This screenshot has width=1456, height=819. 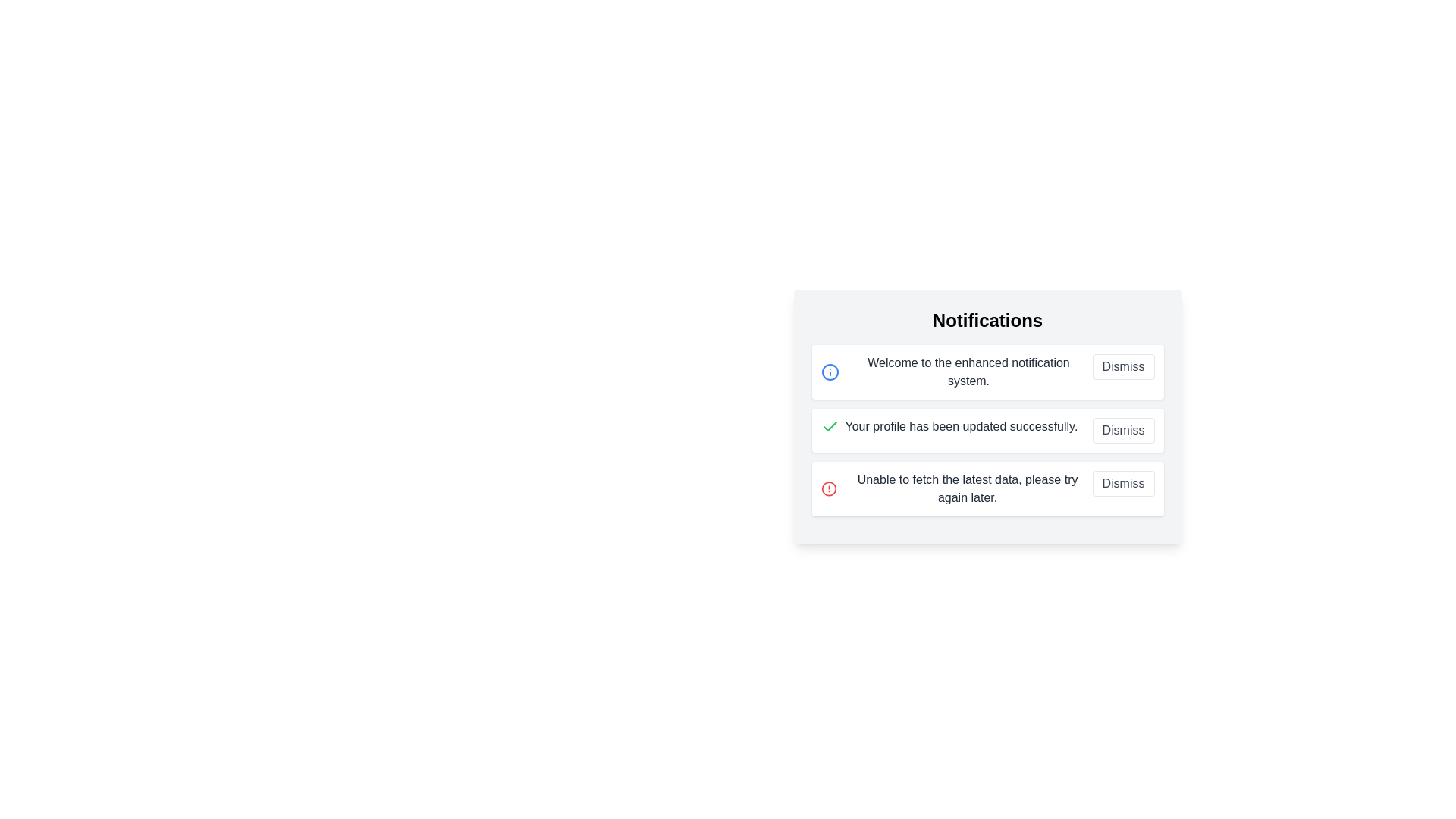 I want to click on the green checkmark icon indicating success, located in the second notification item to the left of the text 'Your profile has been updated successfully.', so click(x=829, y=426).